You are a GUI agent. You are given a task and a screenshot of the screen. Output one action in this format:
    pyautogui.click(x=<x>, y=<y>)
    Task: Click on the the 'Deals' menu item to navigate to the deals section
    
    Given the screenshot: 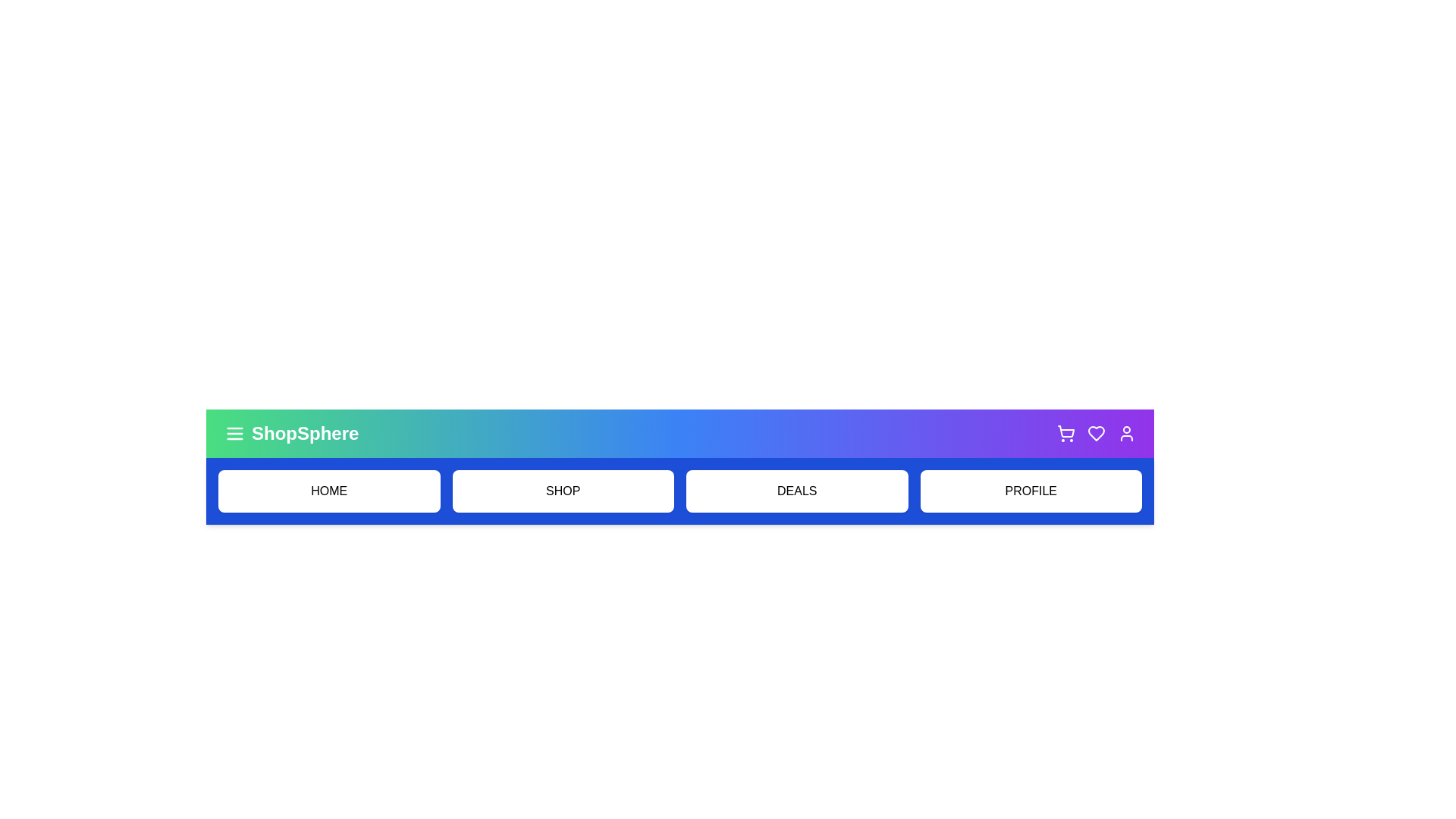 What is the action you would take?
    pyautogui.click(x=796, y=491)
    